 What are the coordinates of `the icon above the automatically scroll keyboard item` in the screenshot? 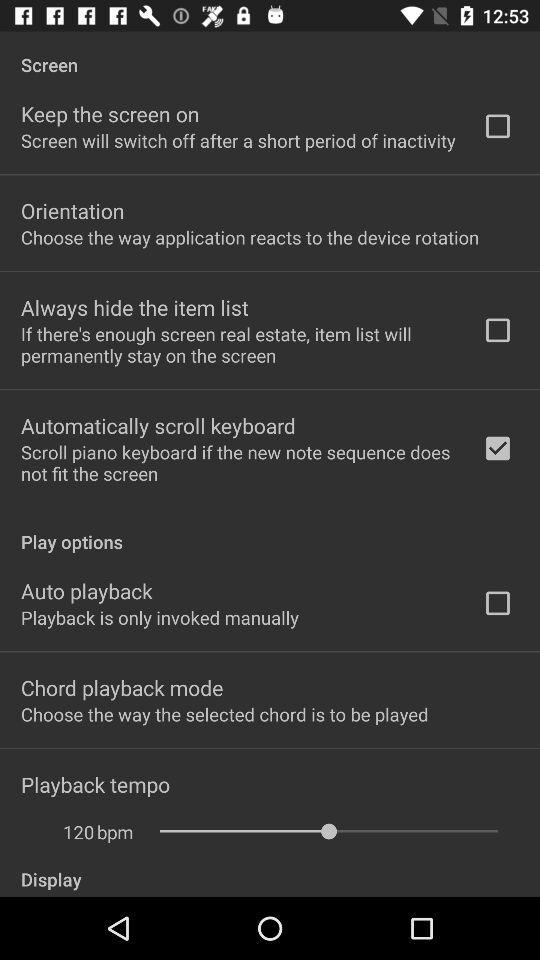 It's located at (238, 344).